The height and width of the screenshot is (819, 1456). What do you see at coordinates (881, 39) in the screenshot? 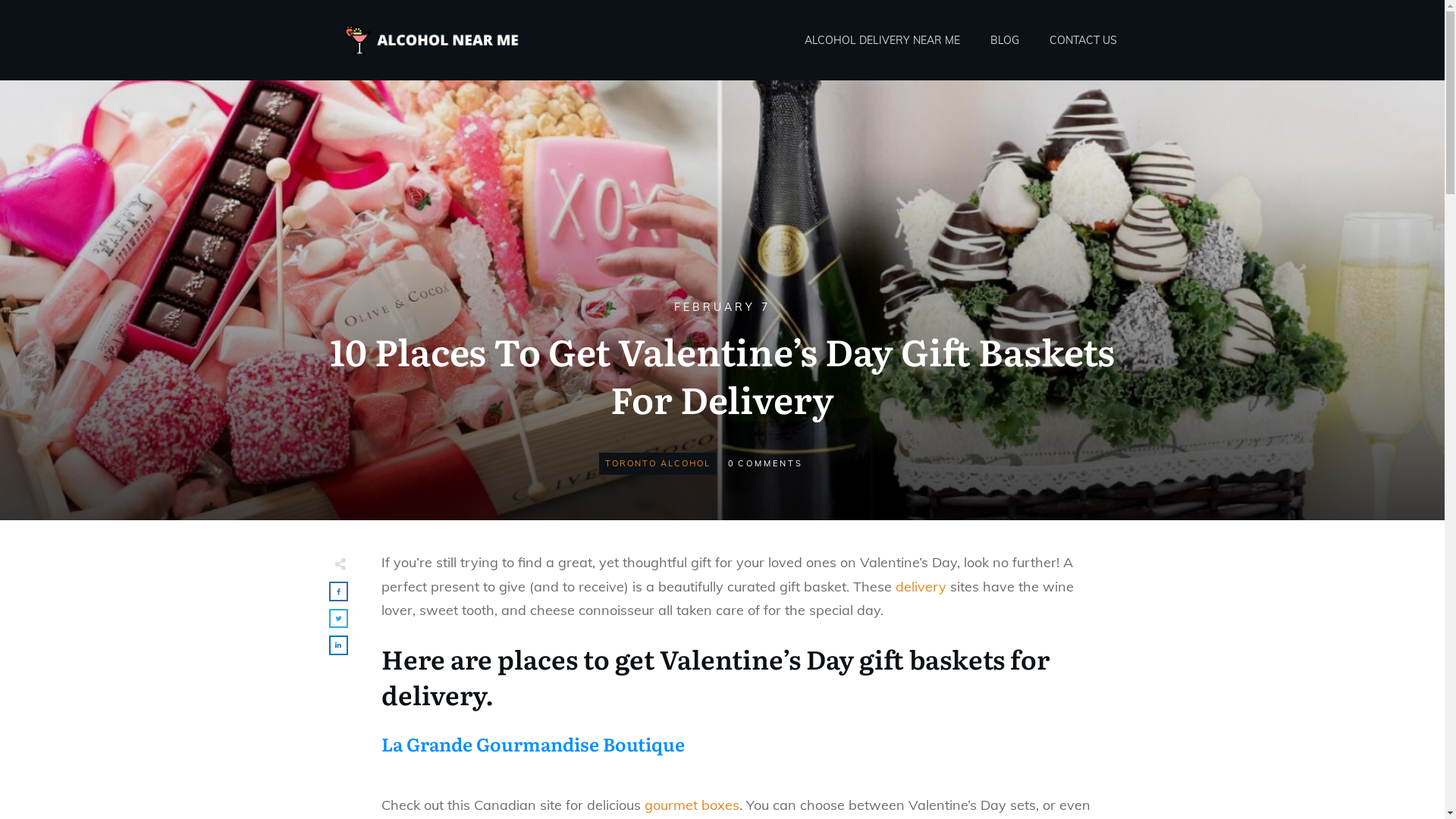
I see `'ALCOHOL DELIVERY NEAR ME'` at bounding box center [881, 39].